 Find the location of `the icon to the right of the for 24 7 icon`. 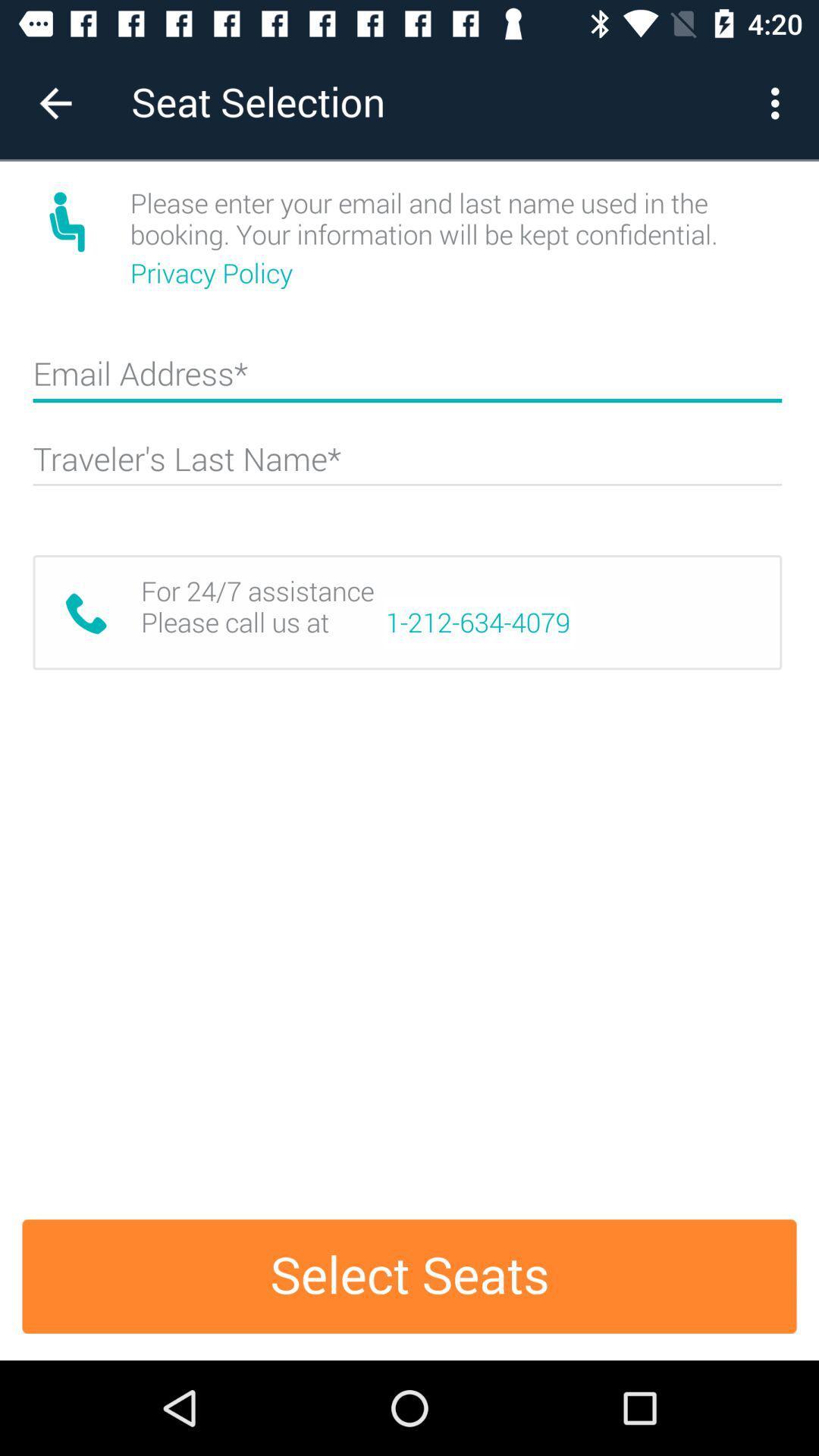

the icon to the right of the for 24 7 icon is located at coordinates (478, 623).